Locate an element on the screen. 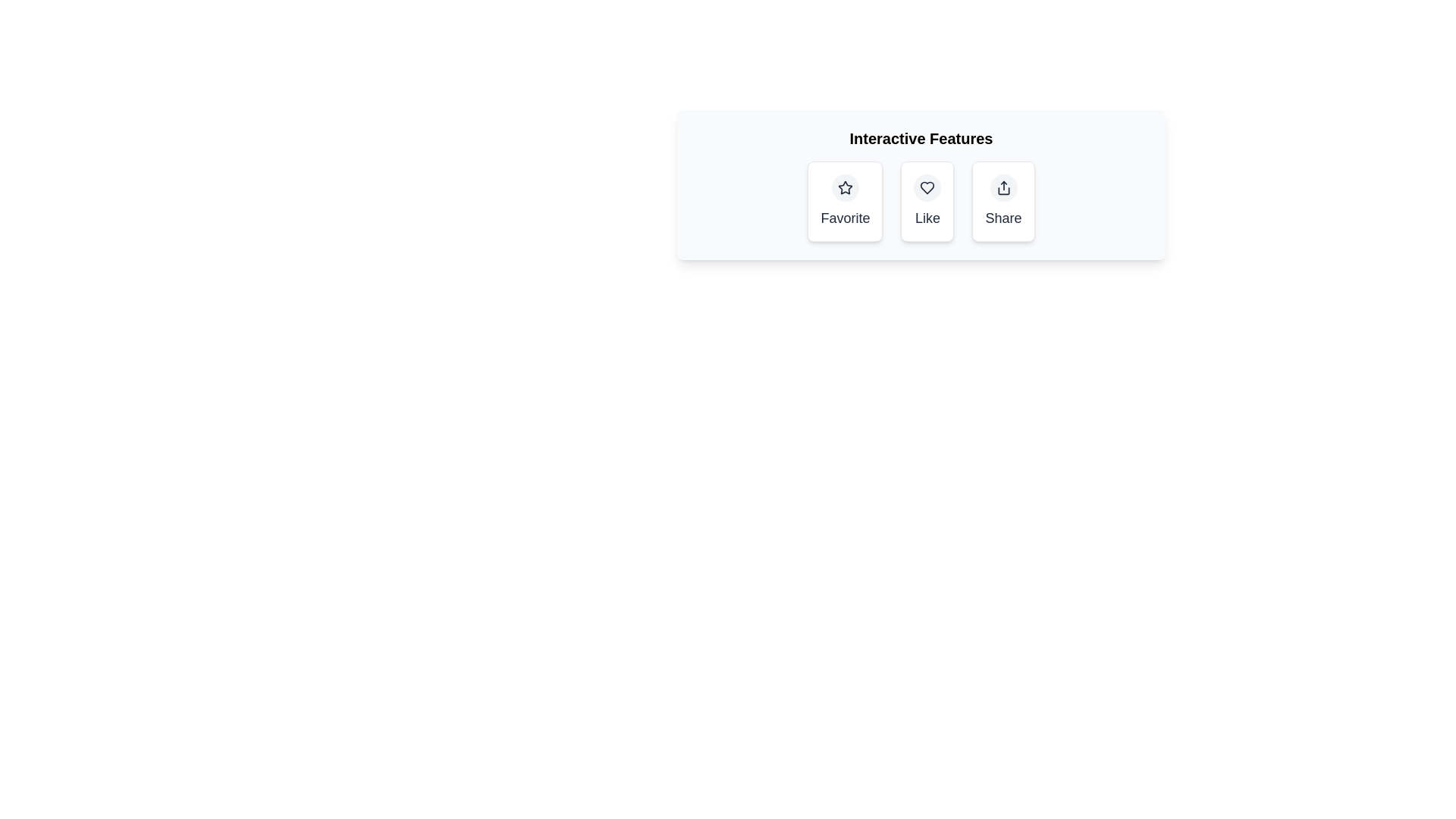 The width and height of the screenshot is (1456, 819). the Like button to activate it is located at coordinates (927, 201).